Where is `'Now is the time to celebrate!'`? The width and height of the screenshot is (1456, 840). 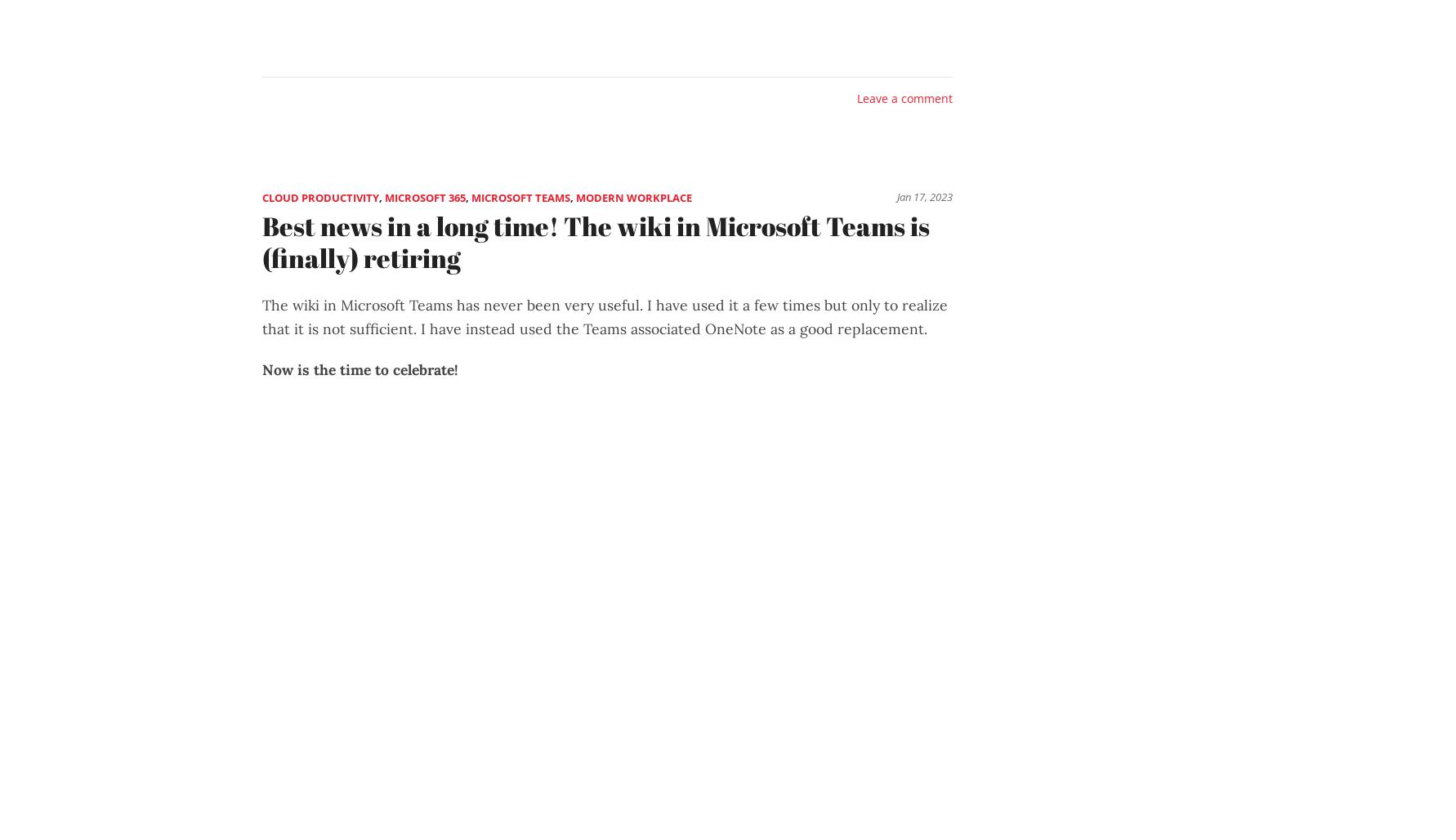
'Now is the time to celebrate!' is located at coordinates (360, 368).